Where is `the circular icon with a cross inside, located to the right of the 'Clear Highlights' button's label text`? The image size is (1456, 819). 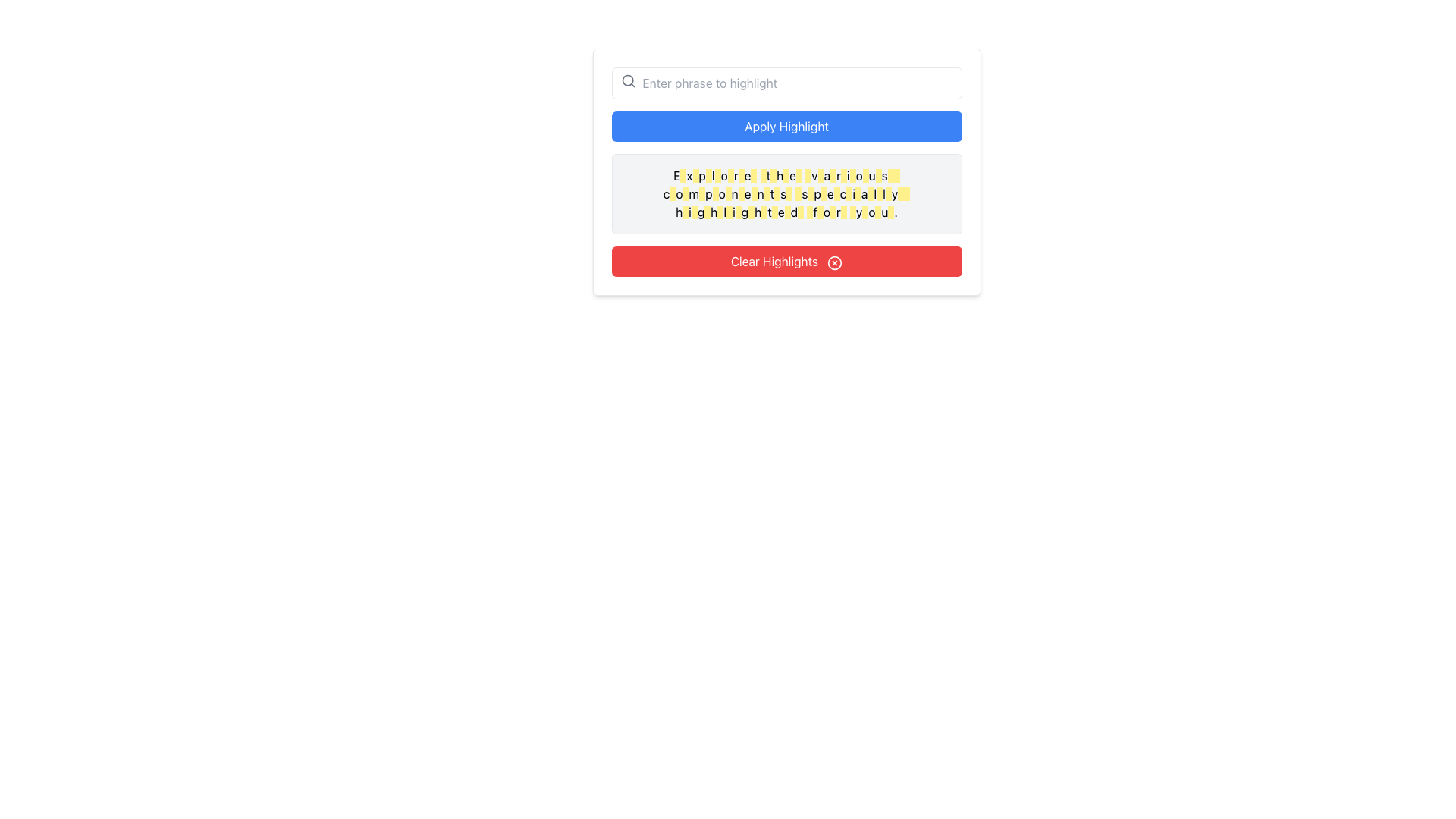
the circular icon with a cross inside, located to the right of the 'Clear Highlights' button's label text is located at coordinates (834, 262).